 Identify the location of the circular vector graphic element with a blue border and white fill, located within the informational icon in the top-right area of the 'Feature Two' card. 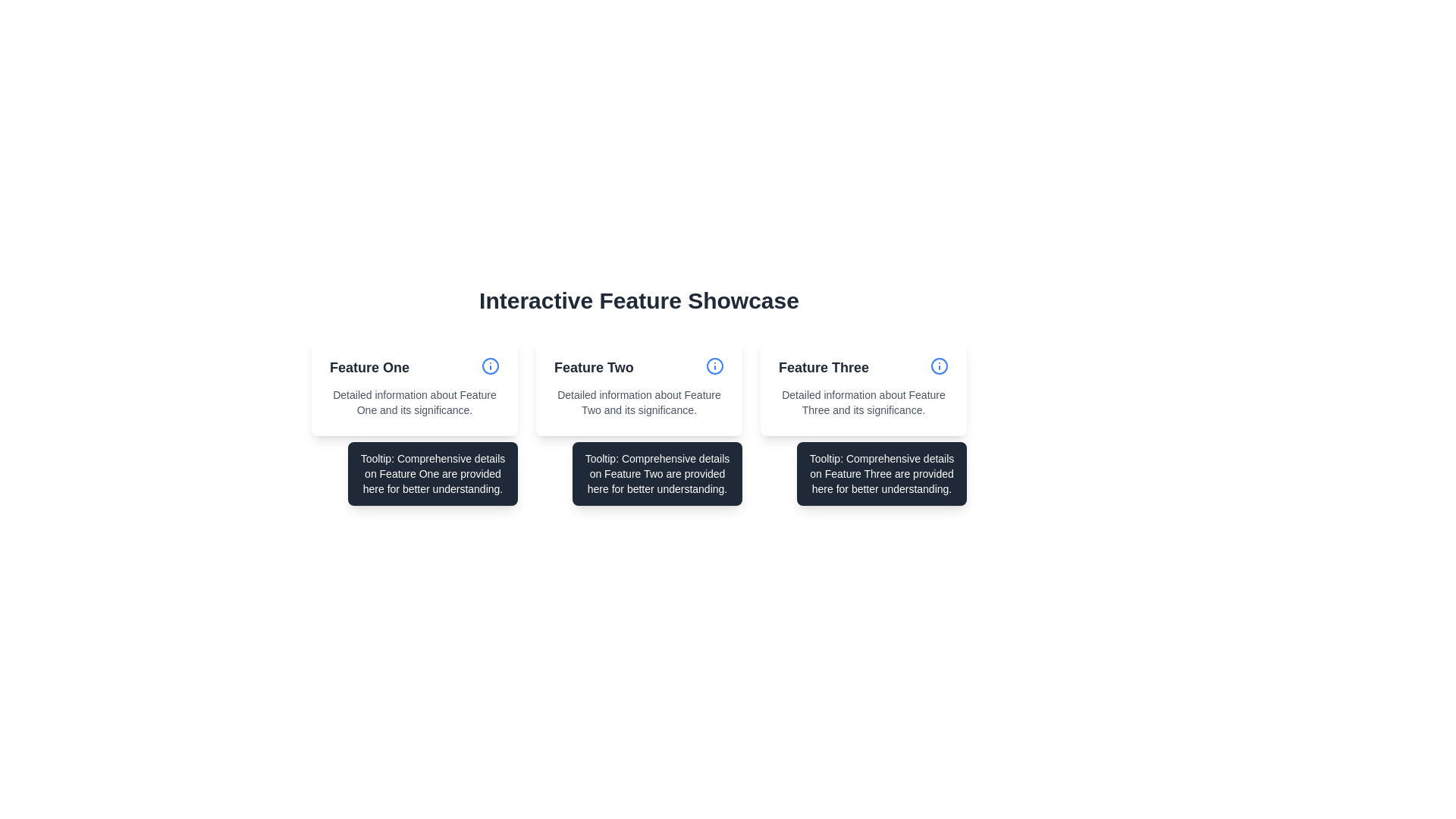
(491, 366).